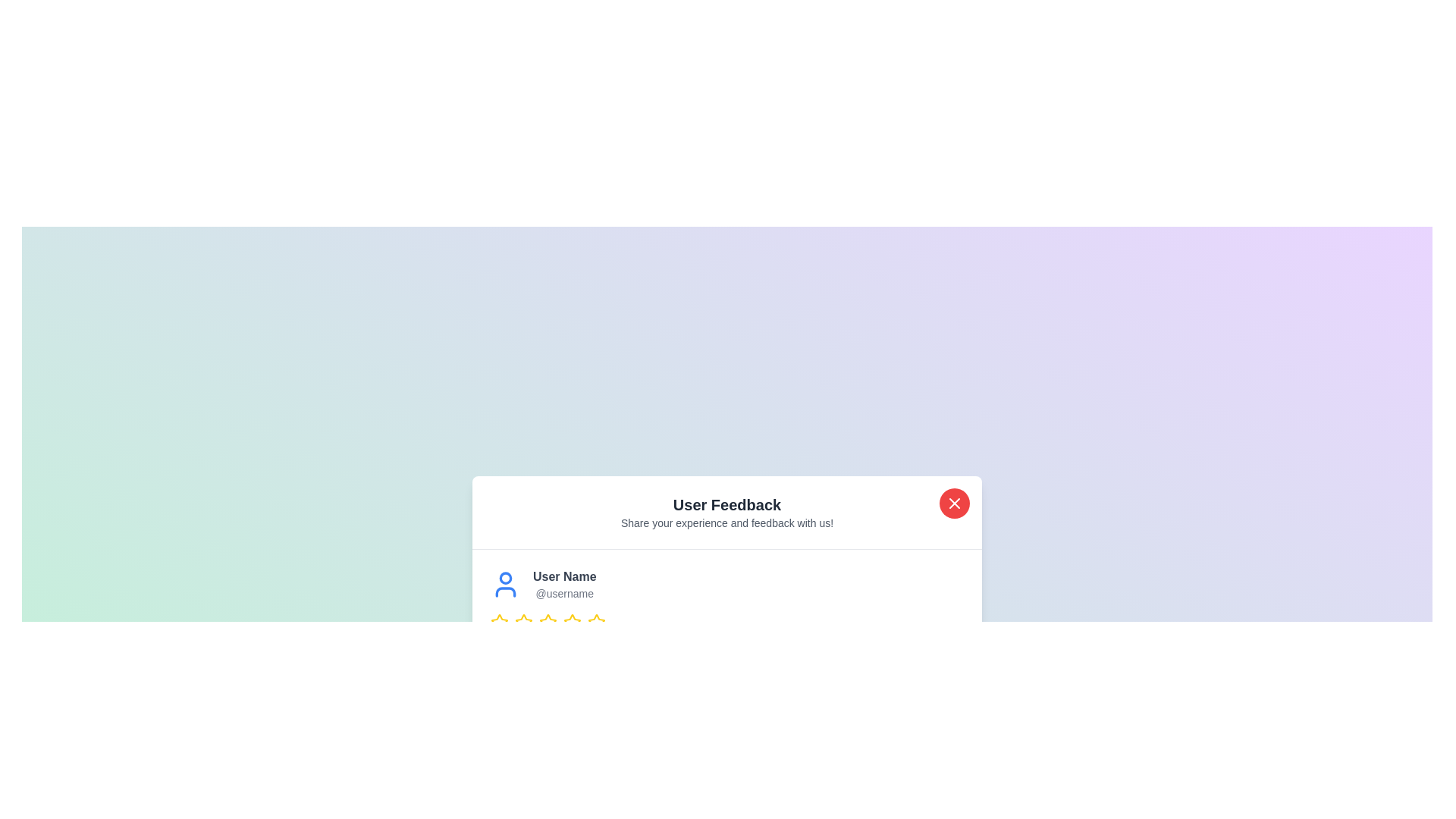  I want to click on the eighth star icon in the rating system, so click(596, 622).